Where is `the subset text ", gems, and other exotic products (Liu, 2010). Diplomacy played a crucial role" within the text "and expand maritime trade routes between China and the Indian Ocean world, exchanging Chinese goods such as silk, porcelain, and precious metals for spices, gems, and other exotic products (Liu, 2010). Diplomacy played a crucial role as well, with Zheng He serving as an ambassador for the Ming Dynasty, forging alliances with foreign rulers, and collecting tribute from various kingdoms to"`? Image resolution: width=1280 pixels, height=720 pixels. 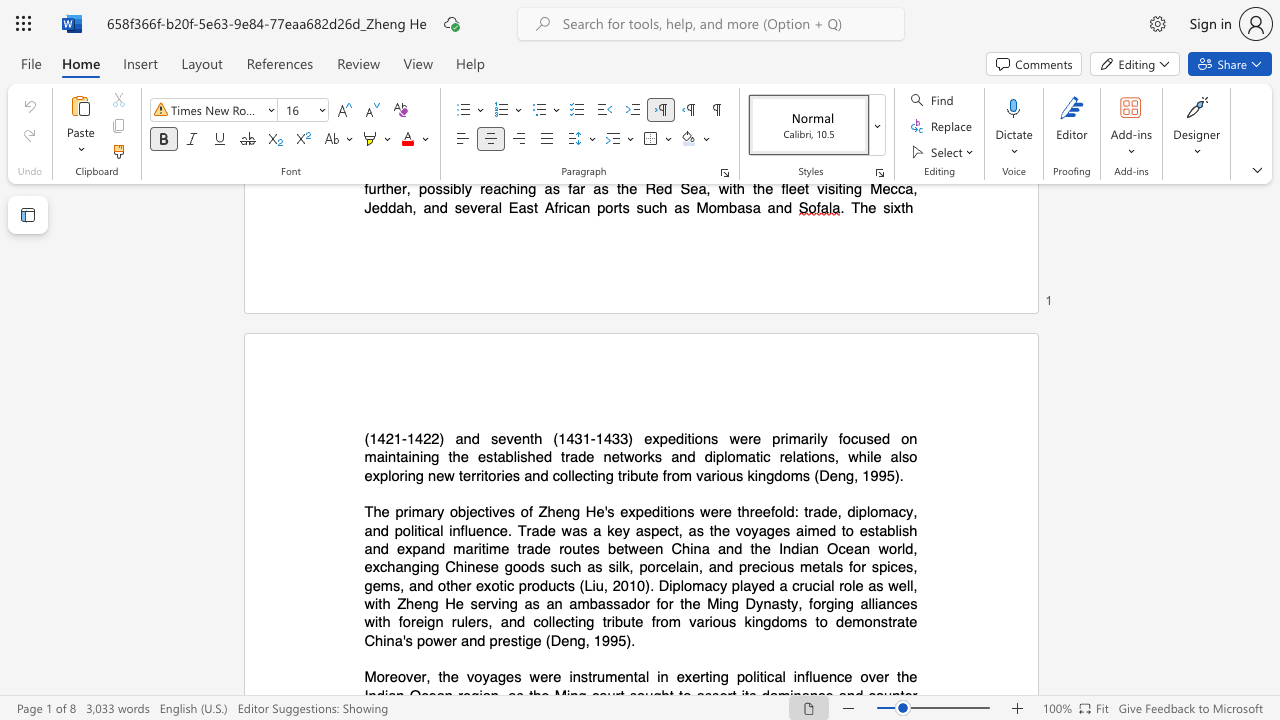 the subset text ", gems, and other exotic products (Liu, 2010). Diplomacy played a crucial role" within the text "and expand maritime trade routes between China and the Indian Ocean world, exchanging Chinese goods such as silk, porcelain, and precious metals for spices, gems, and other exotic products (Liu, 2010). Diplomacy played a crucial role as well, with Zheng He serving as an ambassador for the Ming Dynasty, forging alliances with foreign rulers, and collecting tribute from various kingdoms to" is located at coordinates (912, 567).